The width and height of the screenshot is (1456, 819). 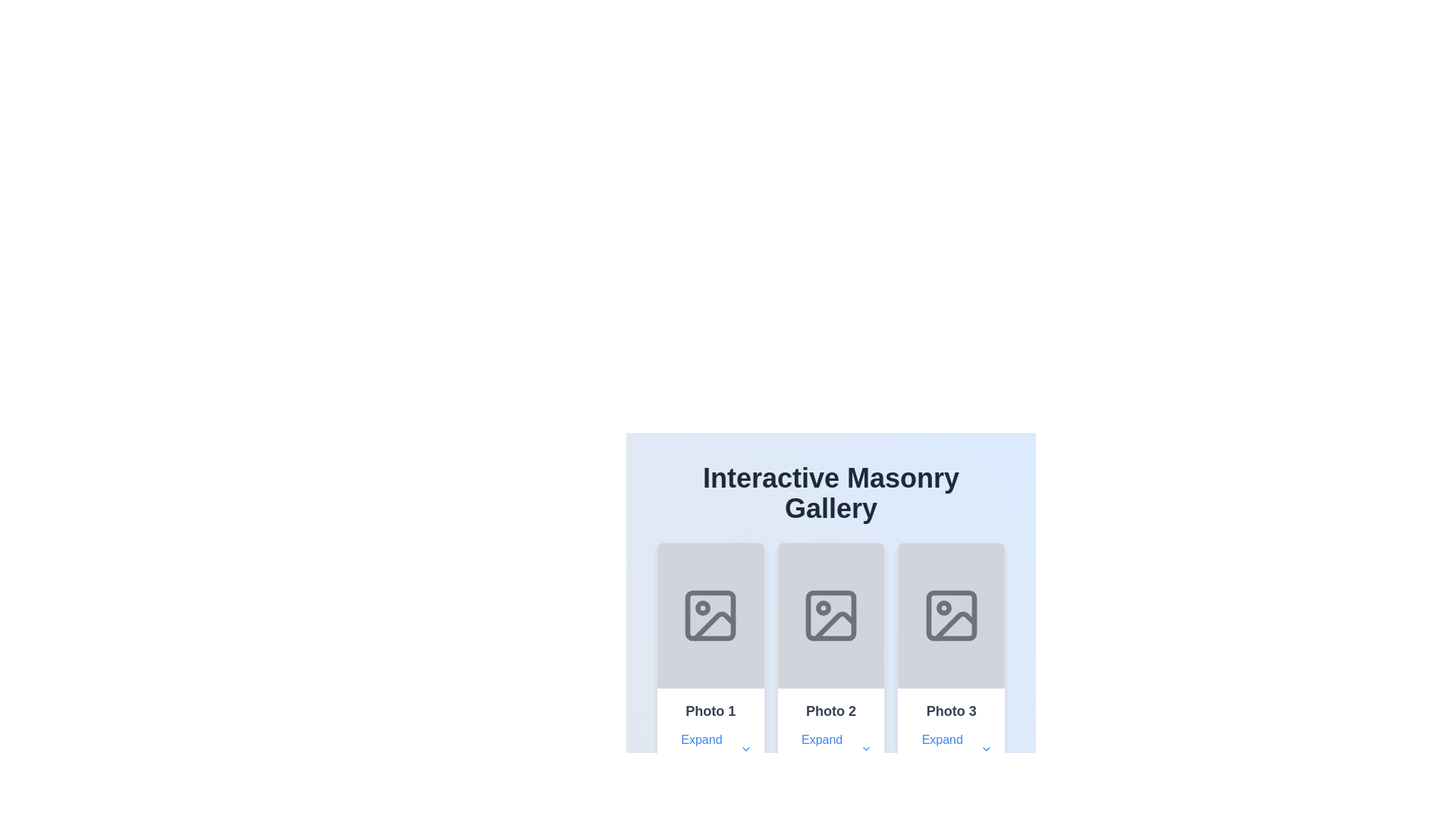 What do you see at coordinates (833, 626) in the screenshot?
I see `the small geometric shape resembling a line or curve within the second image placeholder icon labeled 'Photo 2' in the horizontal gallery` at bounding box center [833, 626].